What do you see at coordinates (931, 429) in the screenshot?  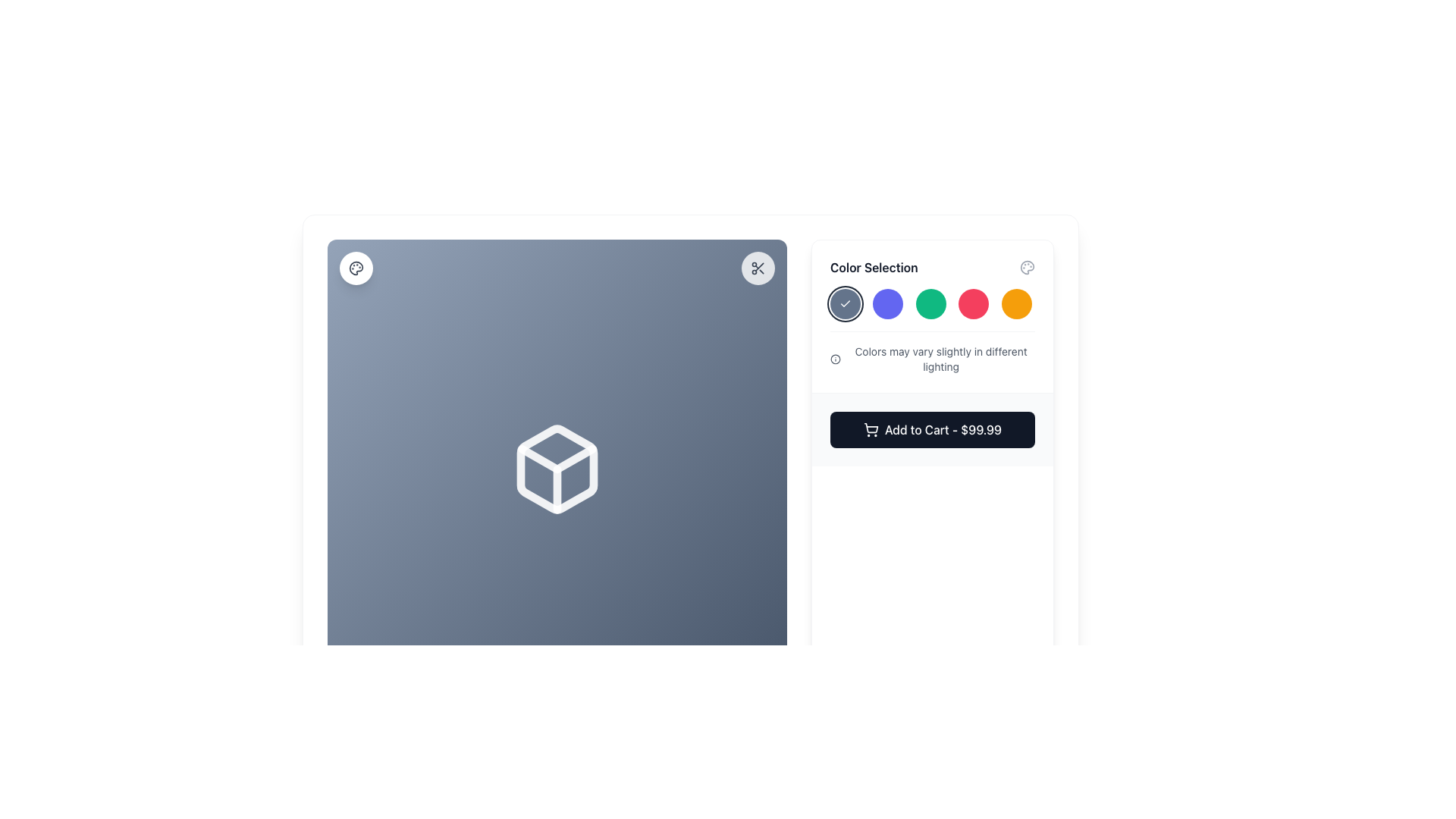 I see `the button located at the bottom part of the panel` at bounding box center [931, 429].